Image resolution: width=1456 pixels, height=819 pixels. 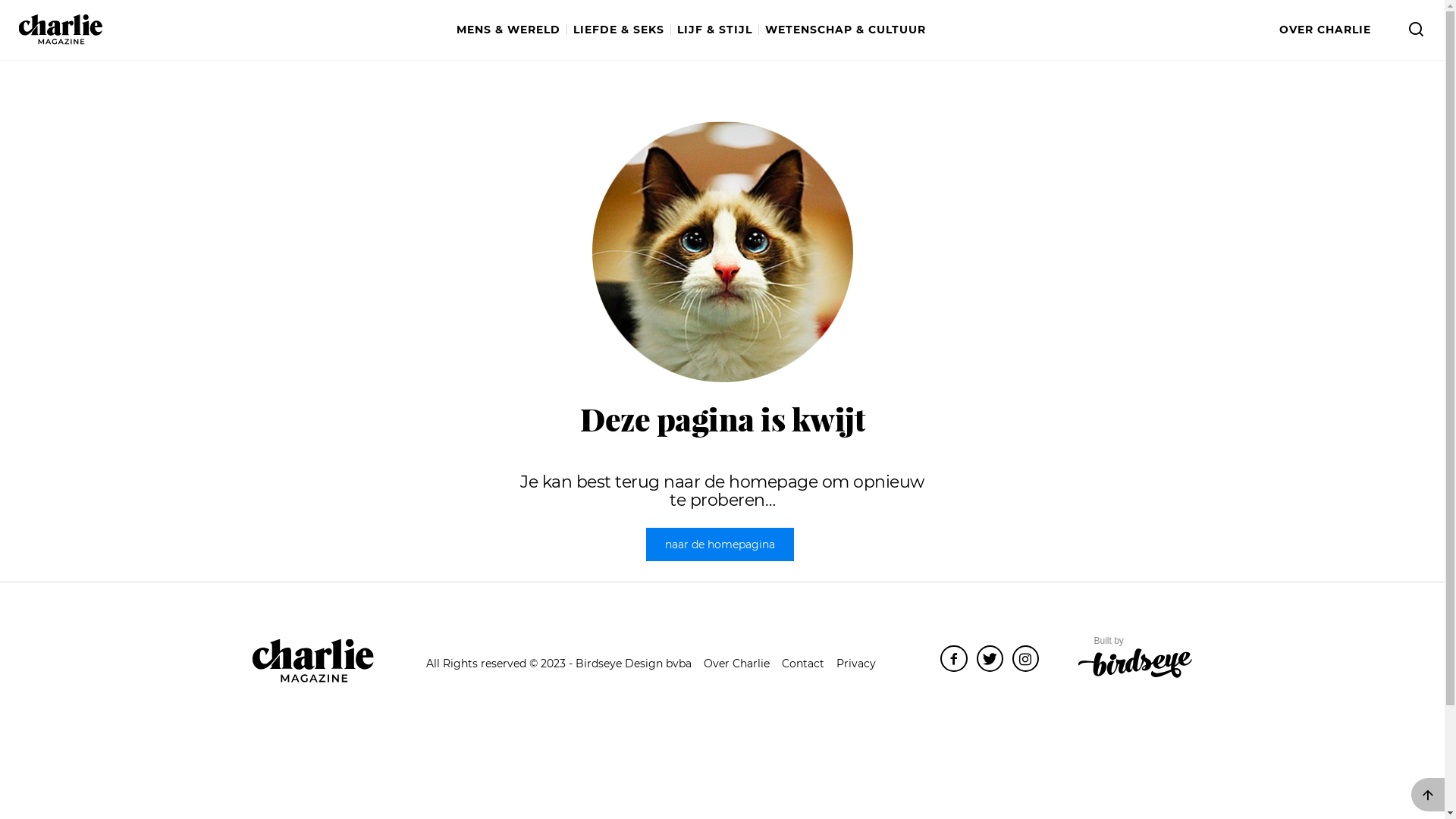 I want to click on 'LIEFDE & SEKS', so click(x=622, y=30).